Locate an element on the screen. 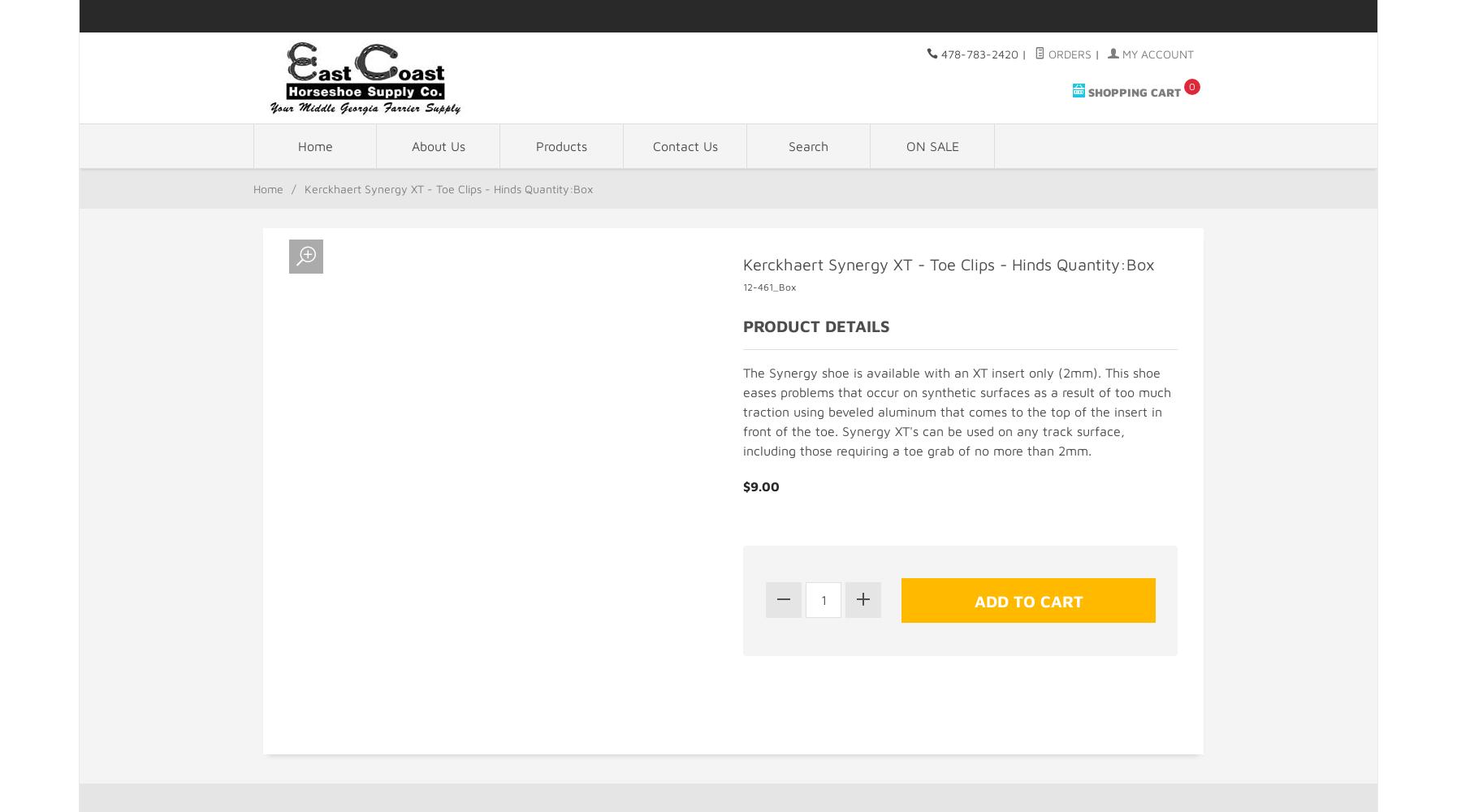 Image resolution: width=1457 pixels, height=812 pixels. 'The Synergy shoe is available with an XT insert only (2mm). This shoe eases problems that occur on synthetic surfaces as a result of too much traction using beveled aluminum that comes to the top of the insert in front of the toe. Synergy XT's can be used on any track surface, including those requiring a toe grab of no more than 2mm.' is located at coordinates (956, 411).